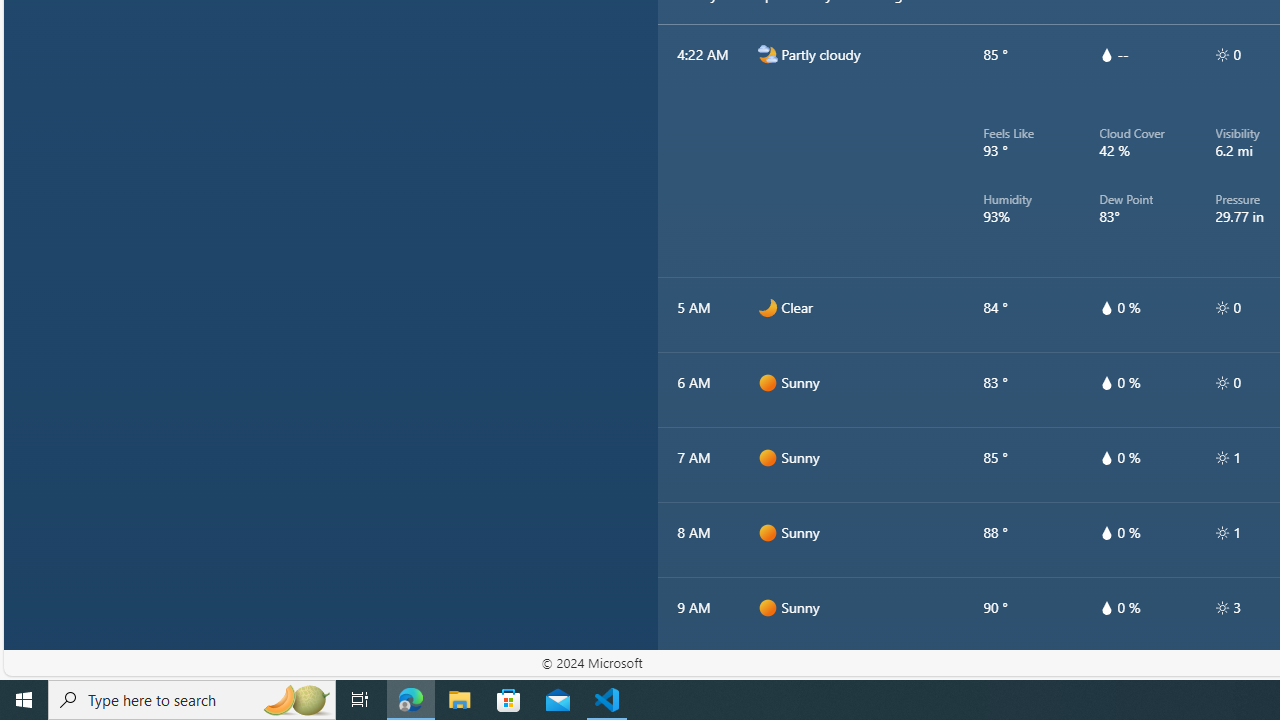 This screenshot has width=1280, height=720. What do you see at coordinates (1221, 607) in the screenshot?
I see `'hourlyTable/uv'` at bounding box center [1221, 607].